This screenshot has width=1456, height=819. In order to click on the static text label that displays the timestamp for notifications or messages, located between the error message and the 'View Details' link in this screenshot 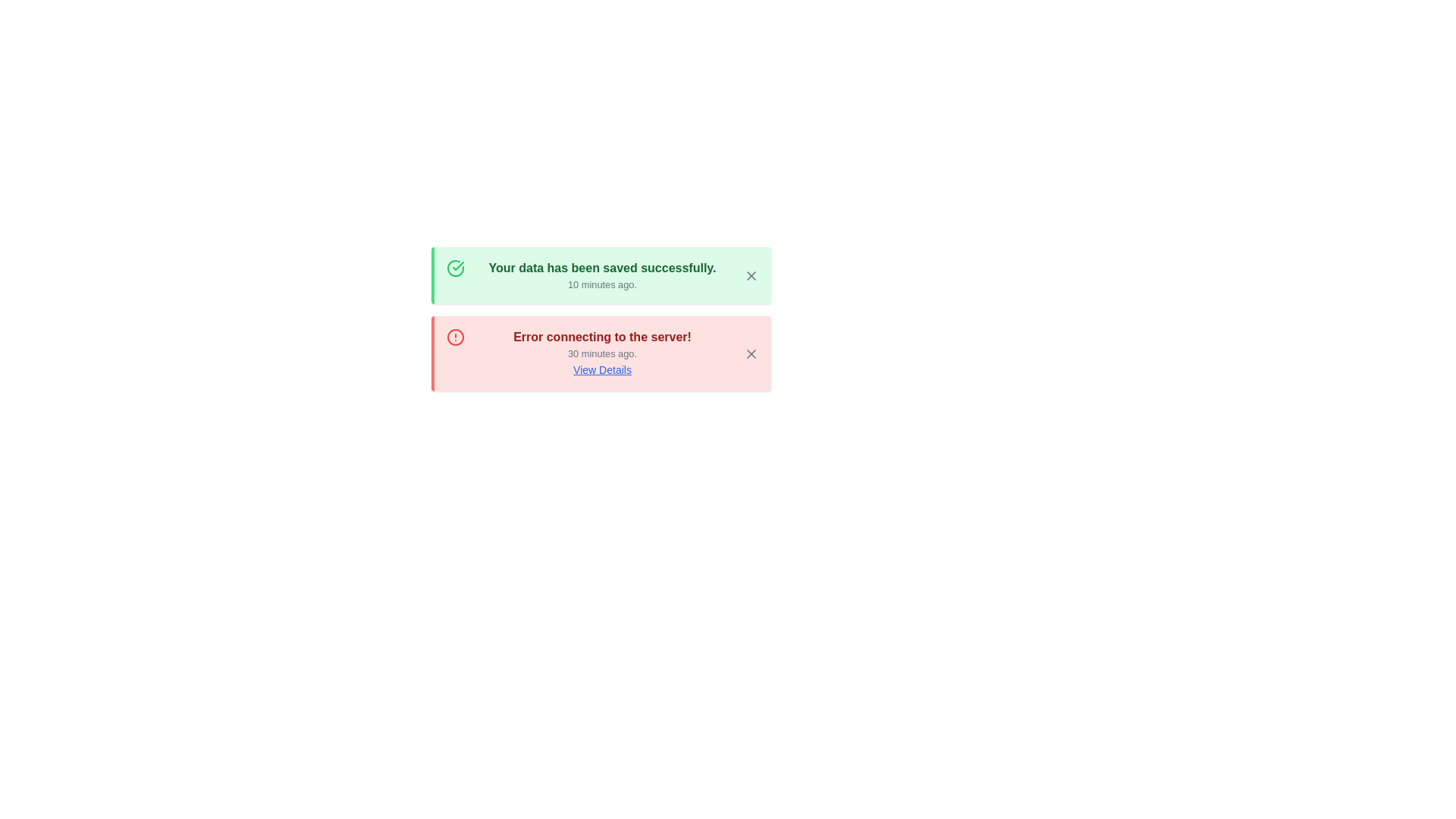, I will do `click(601, 353)`.